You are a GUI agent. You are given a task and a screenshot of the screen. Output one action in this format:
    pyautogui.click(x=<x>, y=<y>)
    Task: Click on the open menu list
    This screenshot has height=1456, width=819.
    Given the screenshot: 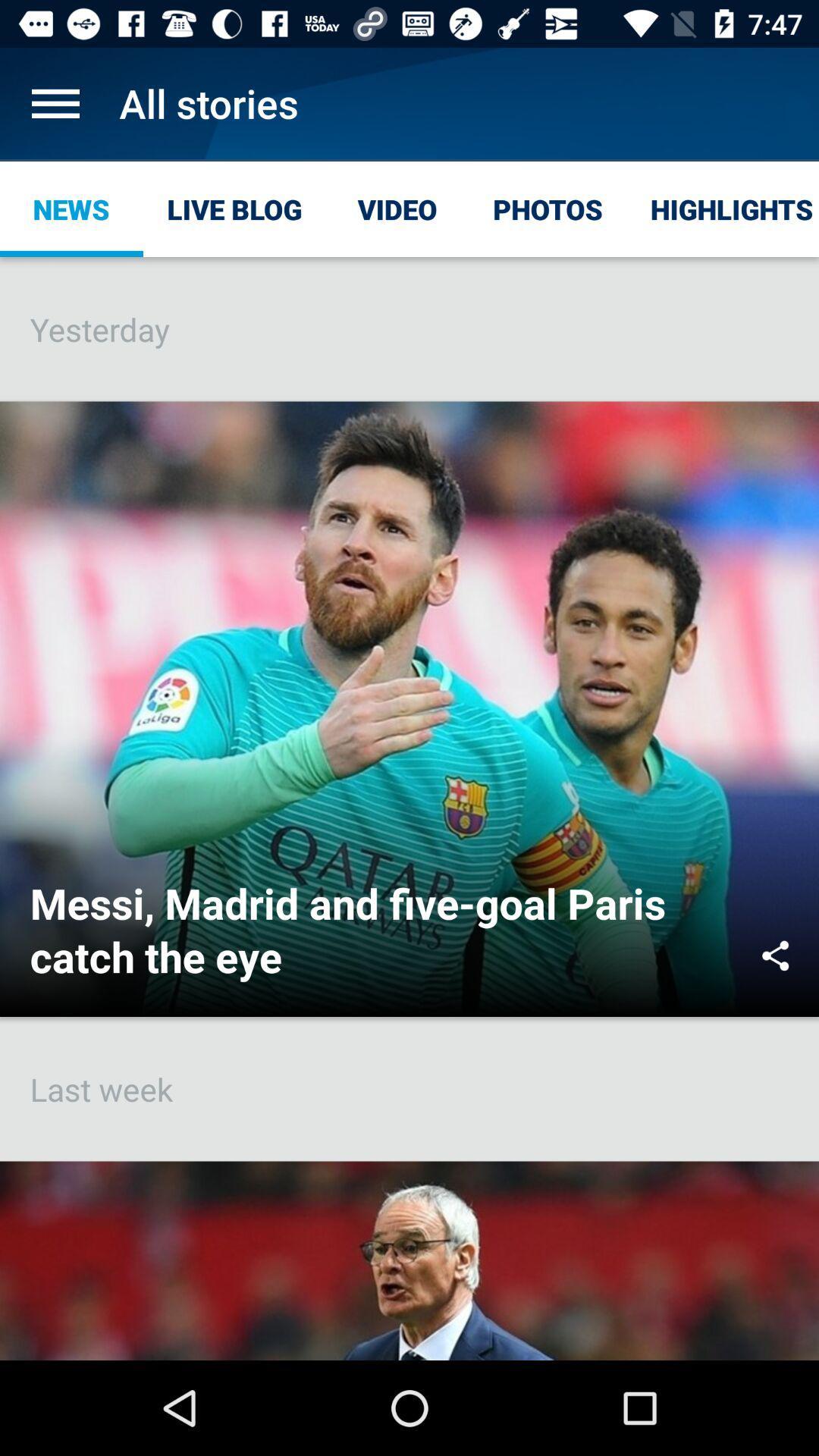 What is the action you would take?
    pyautogui.click(x=55, y=102)
    